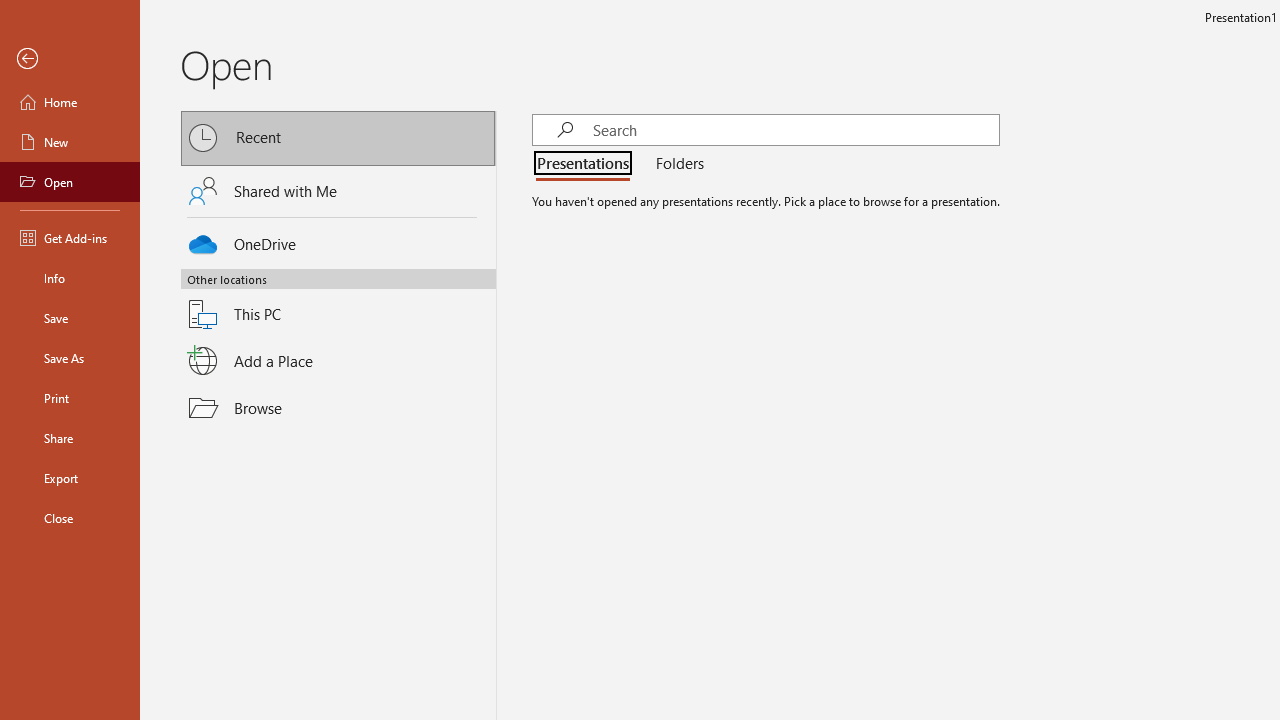 Image resolution: width=1280 pixels, height=720 pixels. Describe the element at coordinates (338, 137) in the screenshot. I see `'Recent'` at that location.